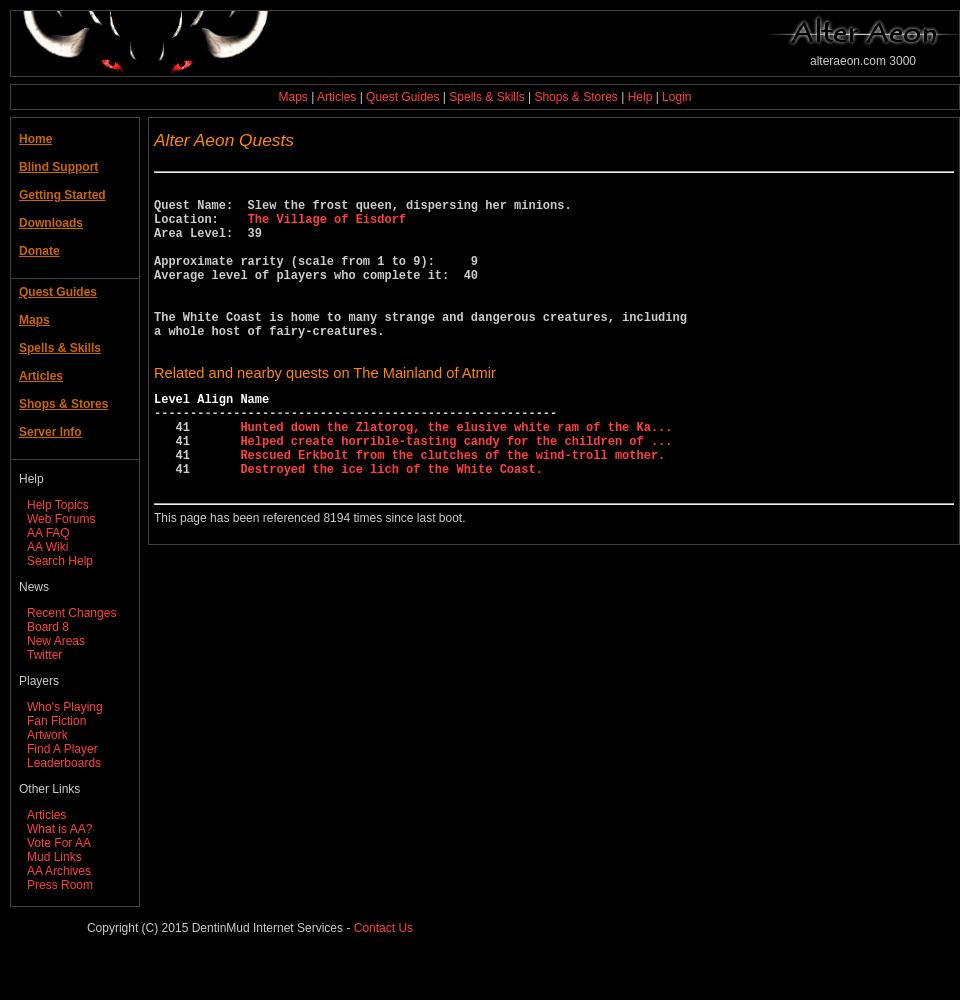 The width and height of the screenshot is (960, 1000). Describe the element at coordinates (152, 211) in the screenshot. I see `'Quest Name:  Slew the frost queen, dispersing her minions.
Location:'` at that location.